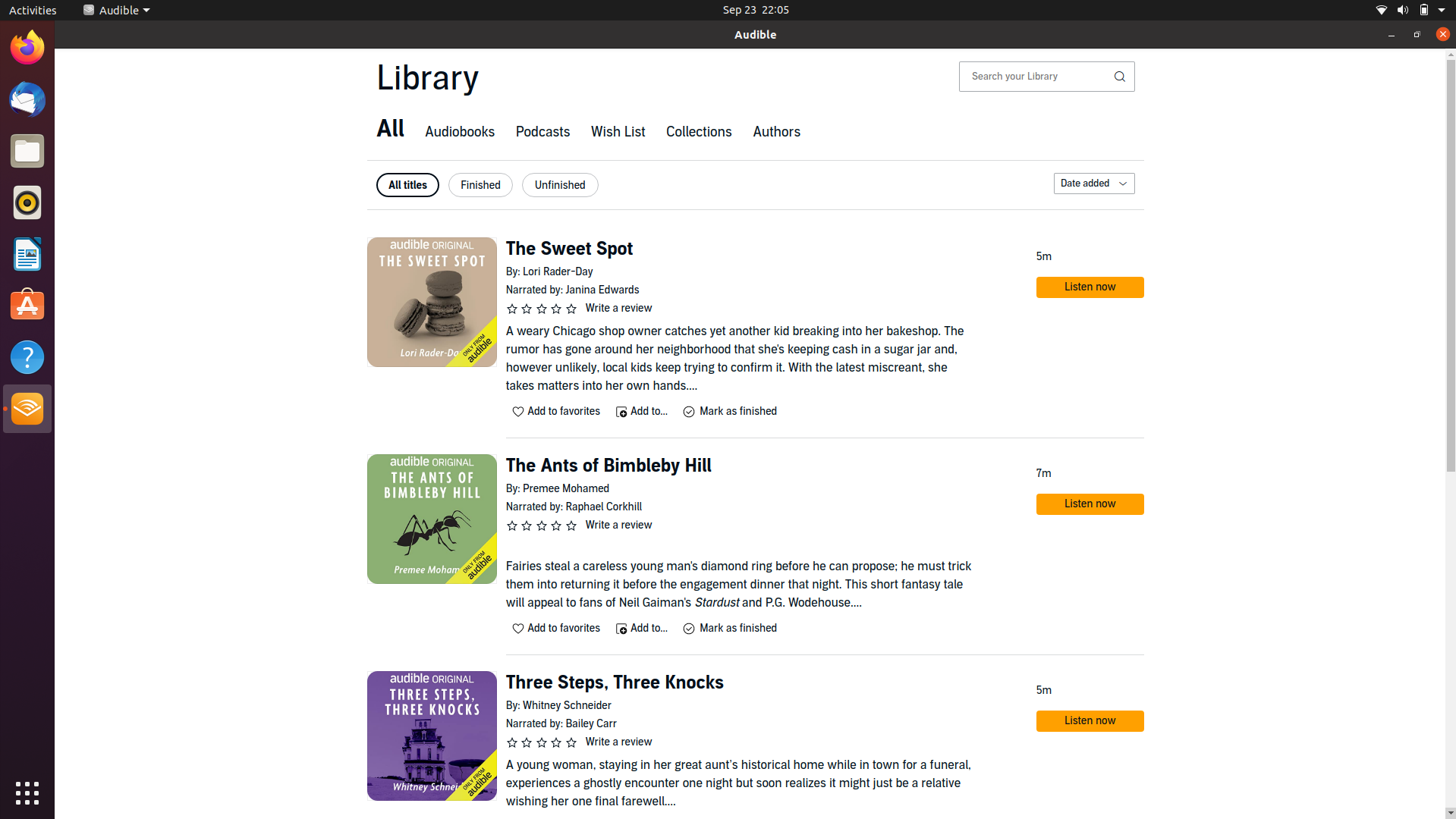 The width and height of the screenshot is (1456, 819). I want to click on Mark "The Sweet Spot" as finished and check if it is there in finished tab, so click(728, 411).